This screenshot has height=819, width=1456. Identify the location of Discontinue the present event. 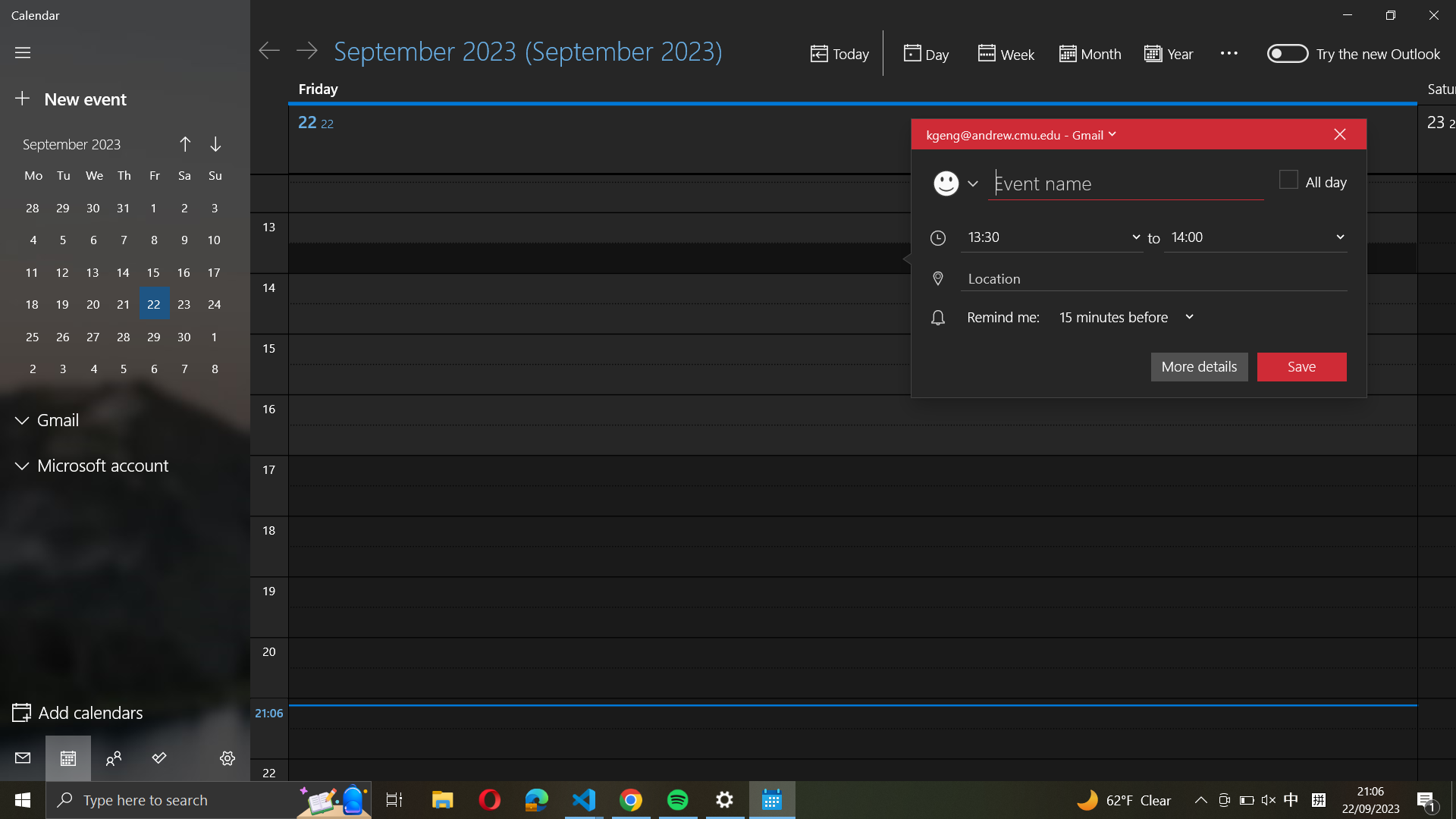
(1339, 133).